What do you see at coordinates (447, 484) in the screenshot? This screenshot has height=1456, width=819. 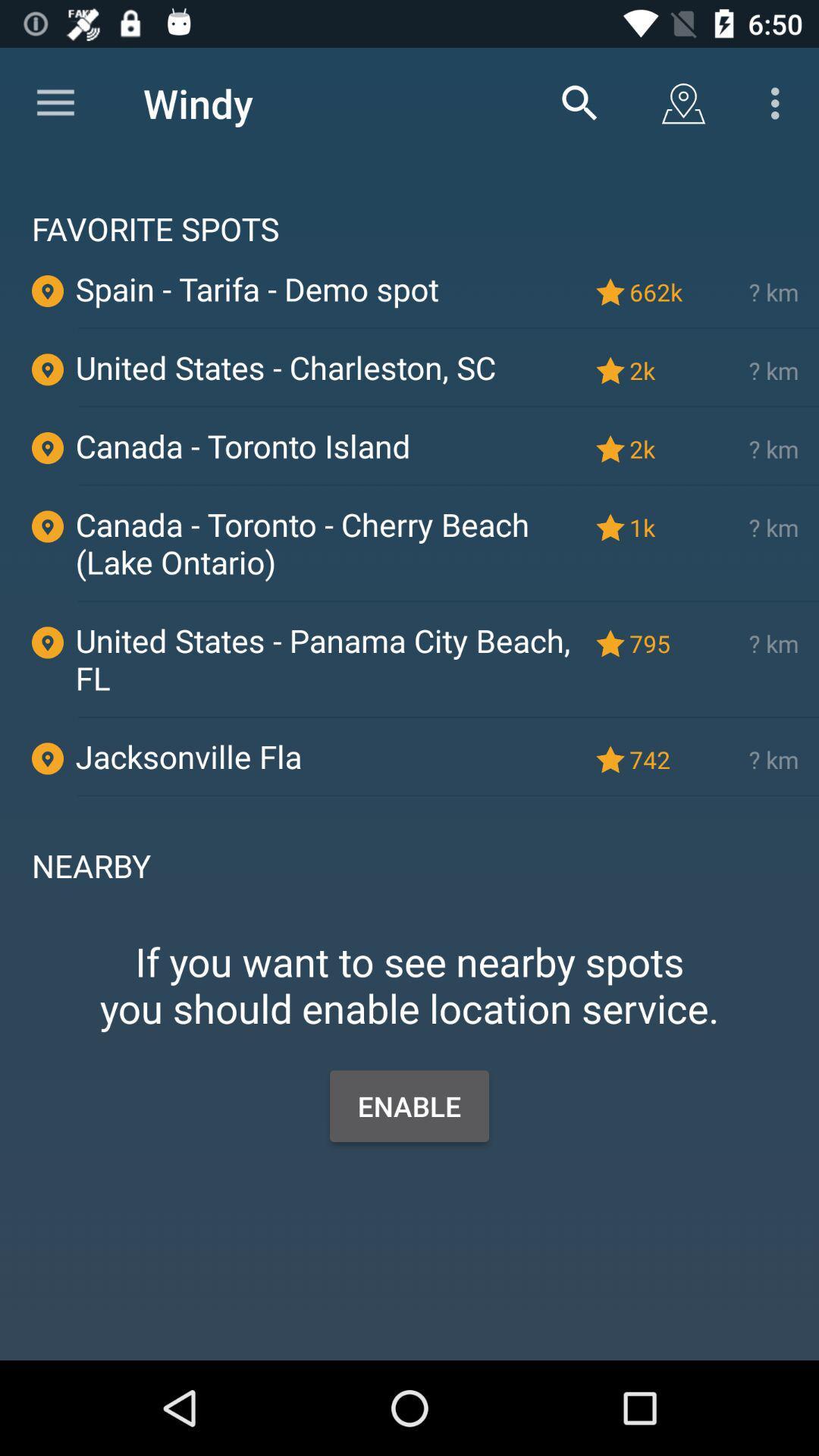 I see `item below canada - toronto island` at bounding box center [447, 484].